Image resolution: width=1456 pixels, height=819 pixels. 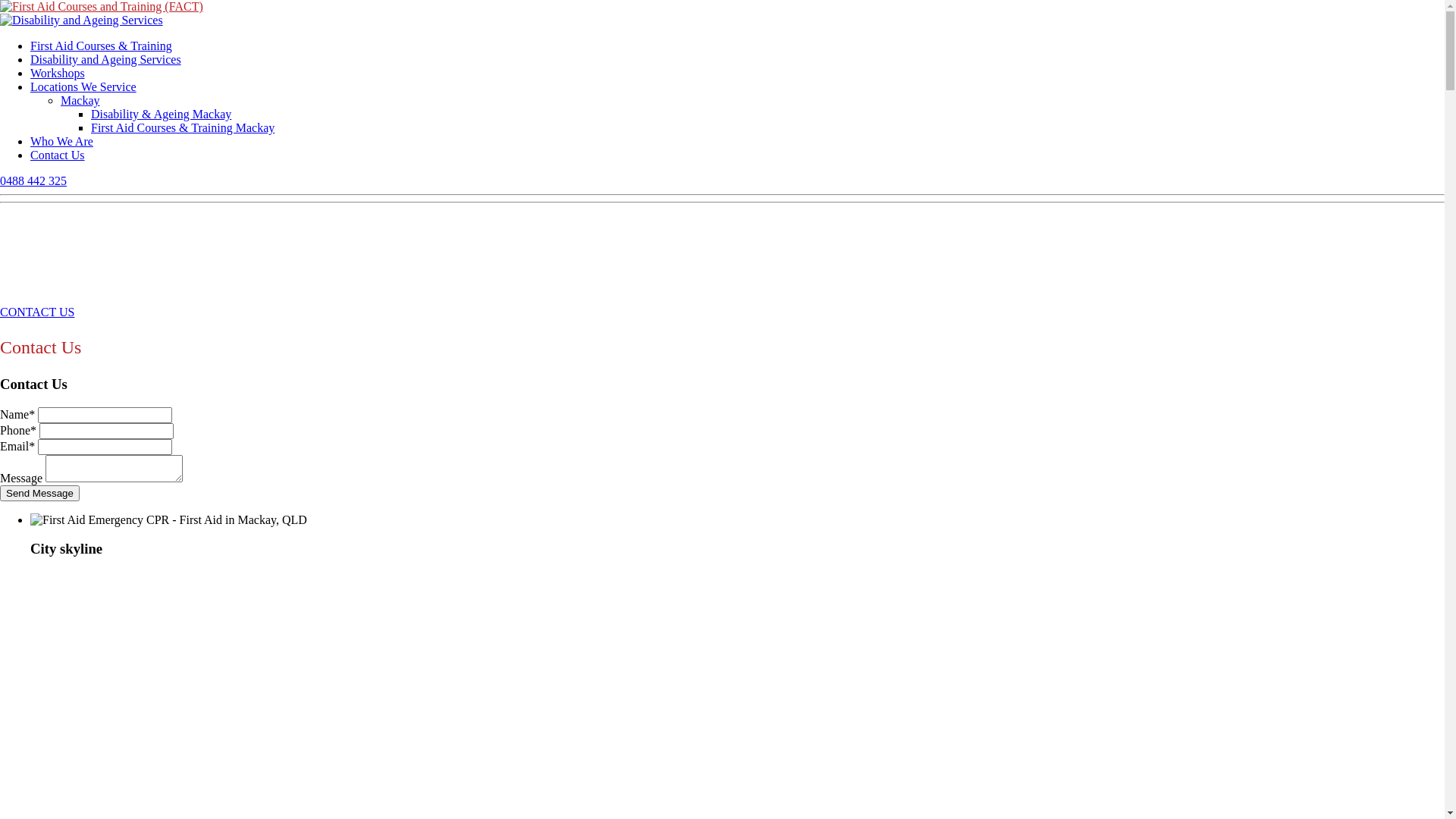 What do you see at coordinates (0, 180) in the screenshot?
I see `'0488 442 325'` at bounding box center [0, 180].